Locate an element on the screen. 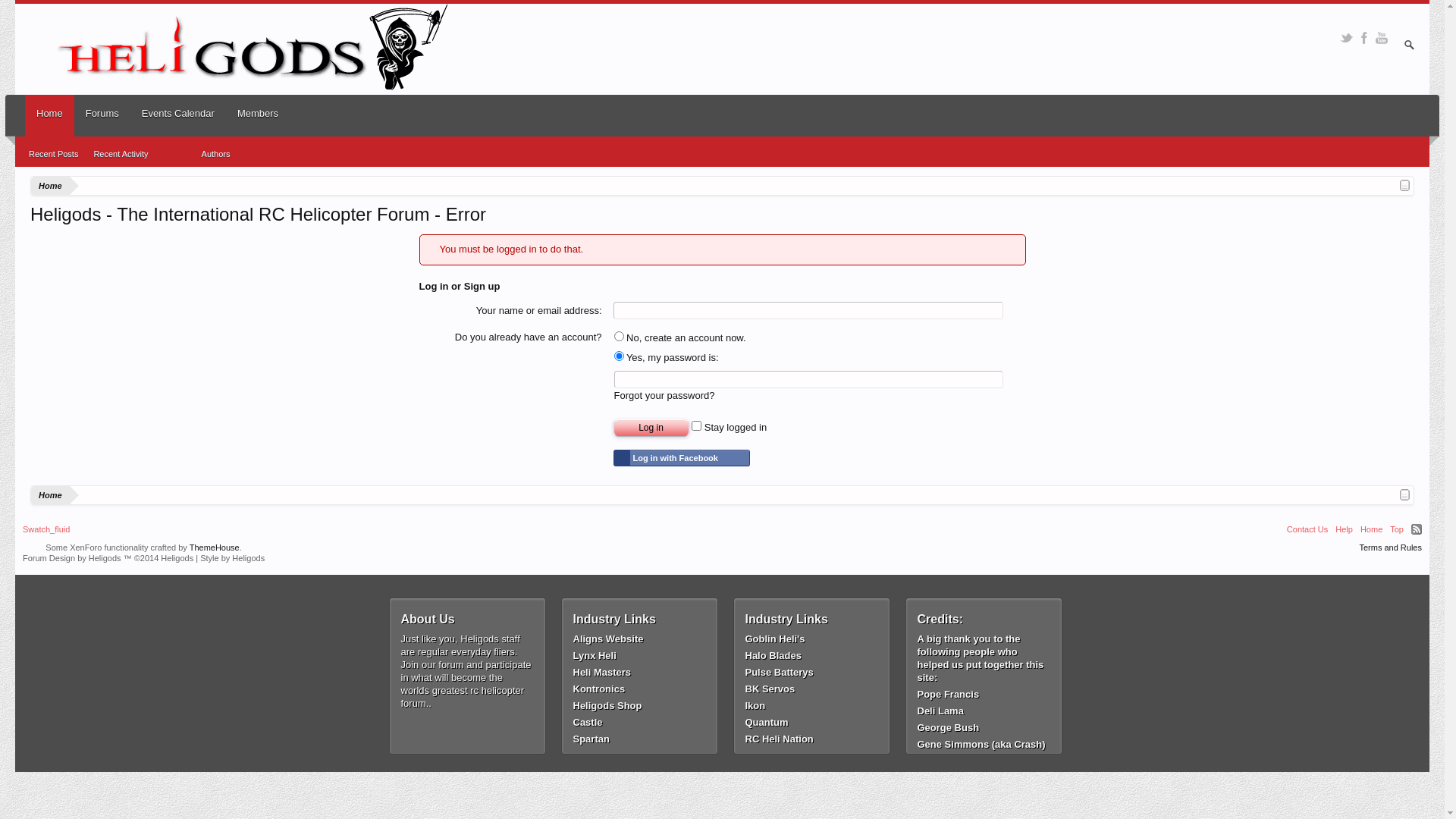  'Log in with Facebook' is located at coordinates (612, 457).